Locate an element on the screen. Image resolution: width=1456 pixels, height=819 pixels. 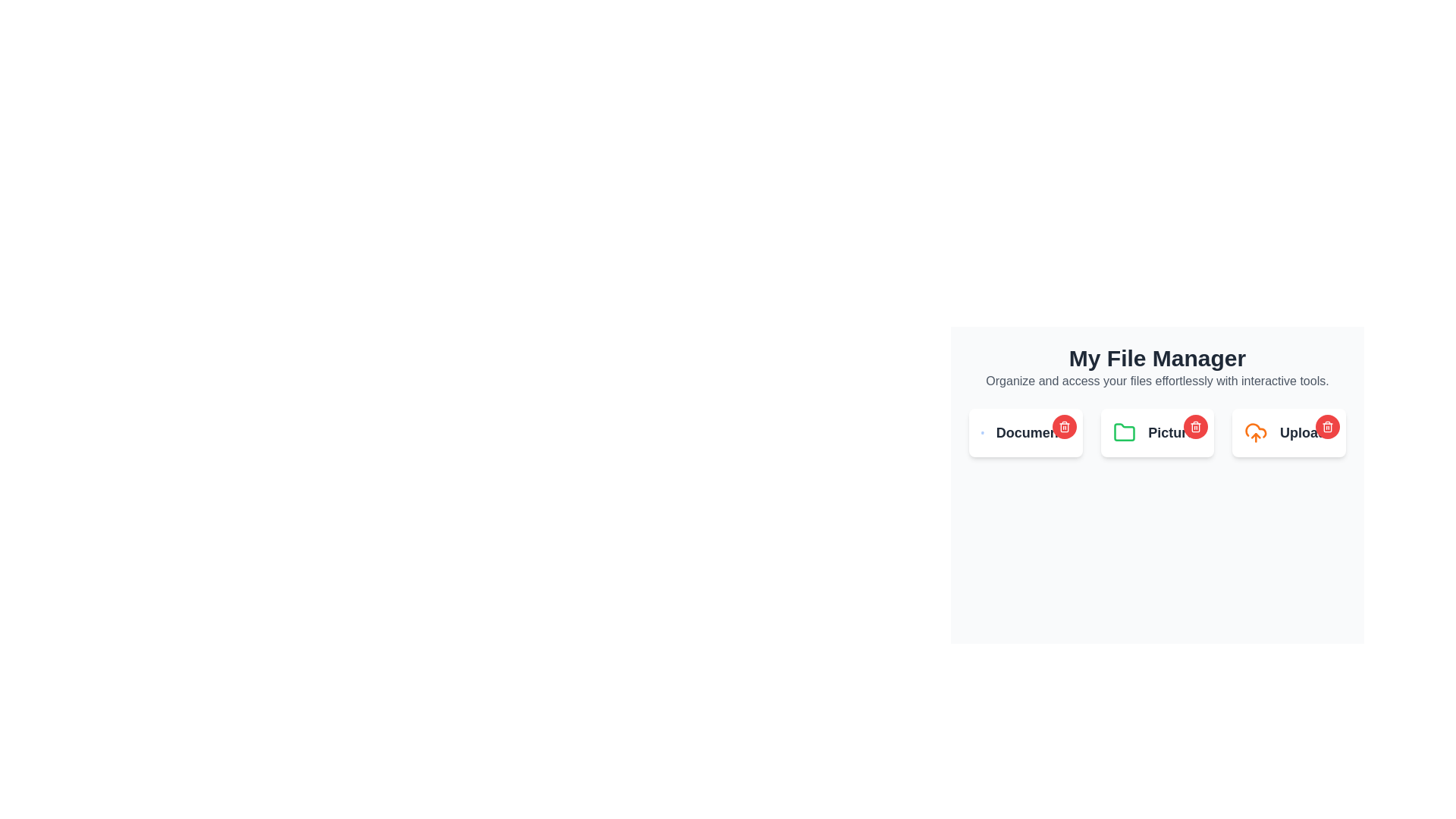
the text label 'Uploads' styled in bold and large gray font for reading is located at coordinates (1306, 432).